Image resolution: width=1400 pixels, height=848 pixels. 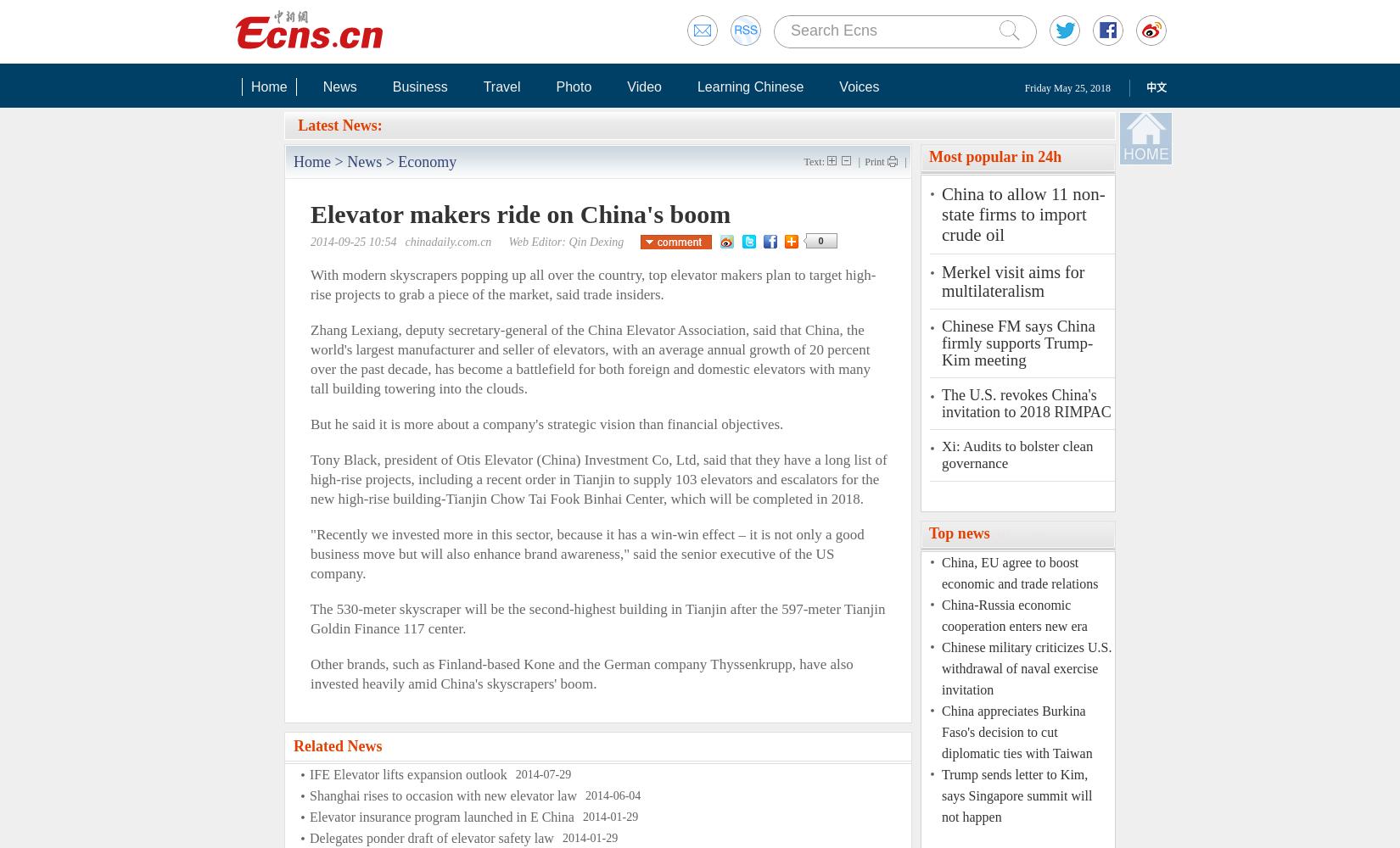 I want to click on 'Travel', so click(x=501, y=86).